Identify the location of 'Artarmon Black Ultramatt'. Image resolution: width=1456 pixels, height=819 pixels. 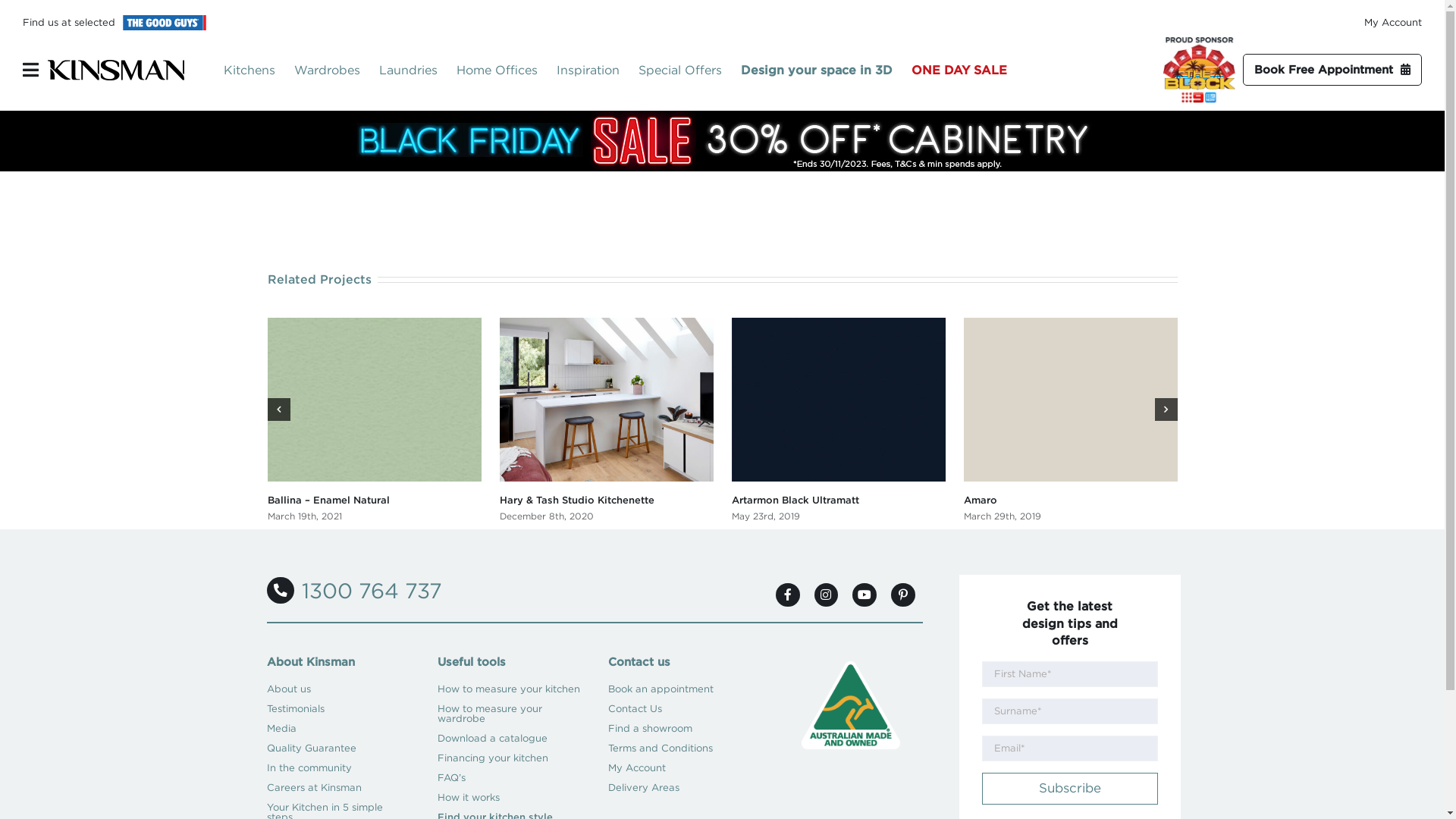
(793, 500).